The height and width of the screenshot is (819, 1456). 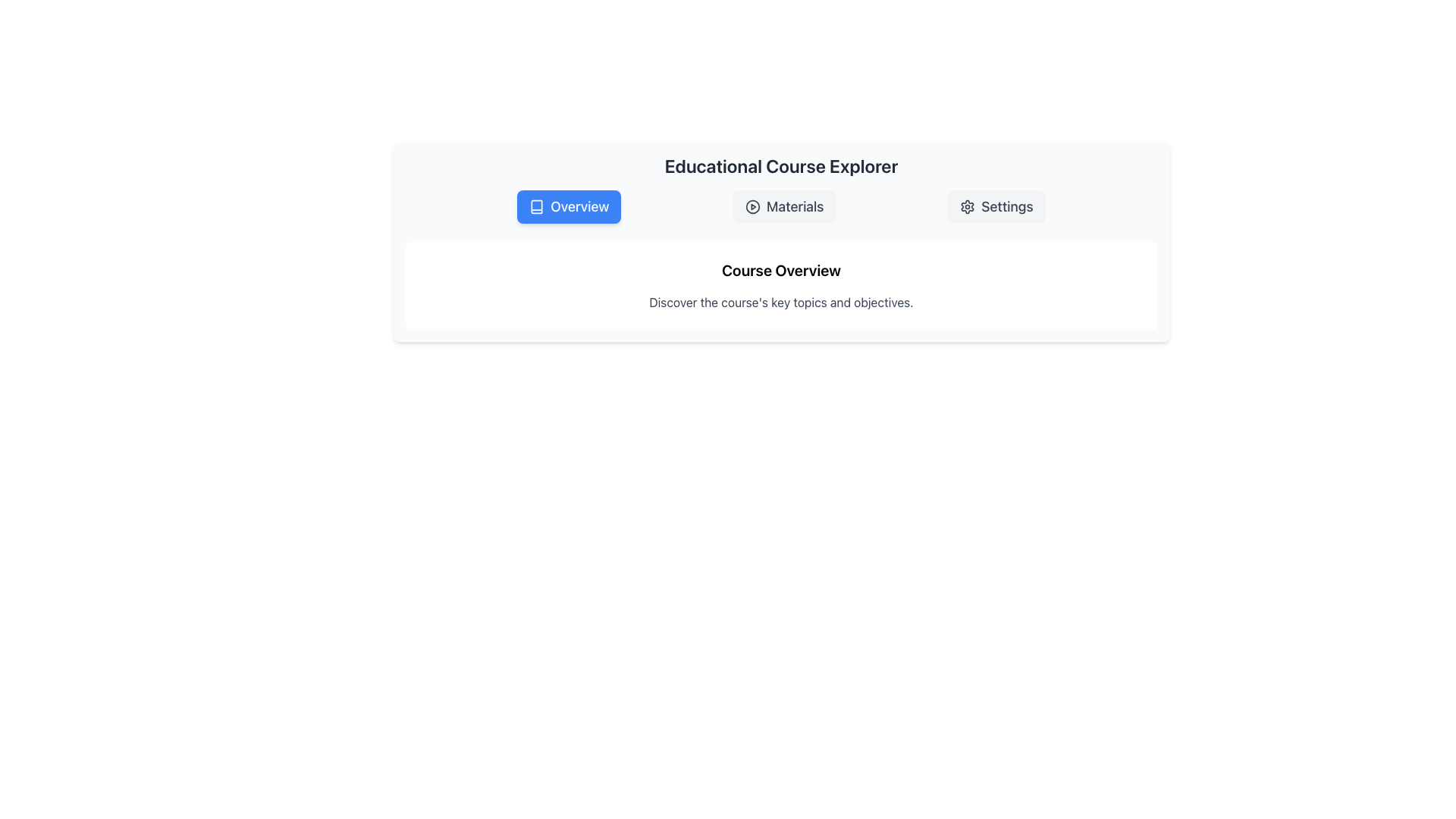 I want to click on text label 'Overview' which is displayed in white on a blue background, positioned in the top-left section of the interface, adjacent to an icon, so click(x=579, y=207).